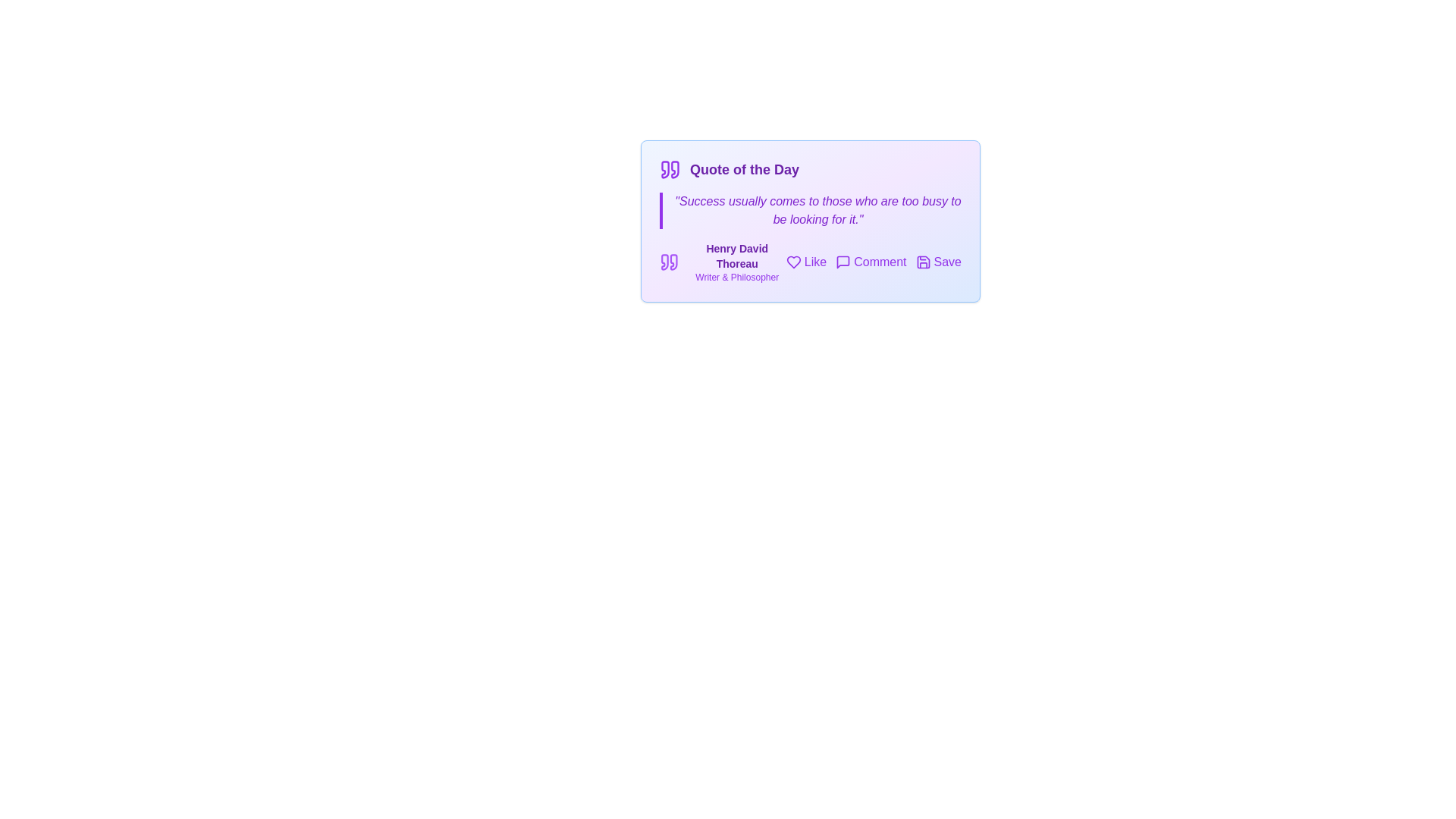 Image resolution: width=1456 pixels, height=819 pixels. What do you see at coordinates (792, 262) in the screenshot?
I see `the purple heart-shaped outlined icon located to the left of the 'Like' text in the row of interactive buttons below the quote section` at bounding box center [792, 262].